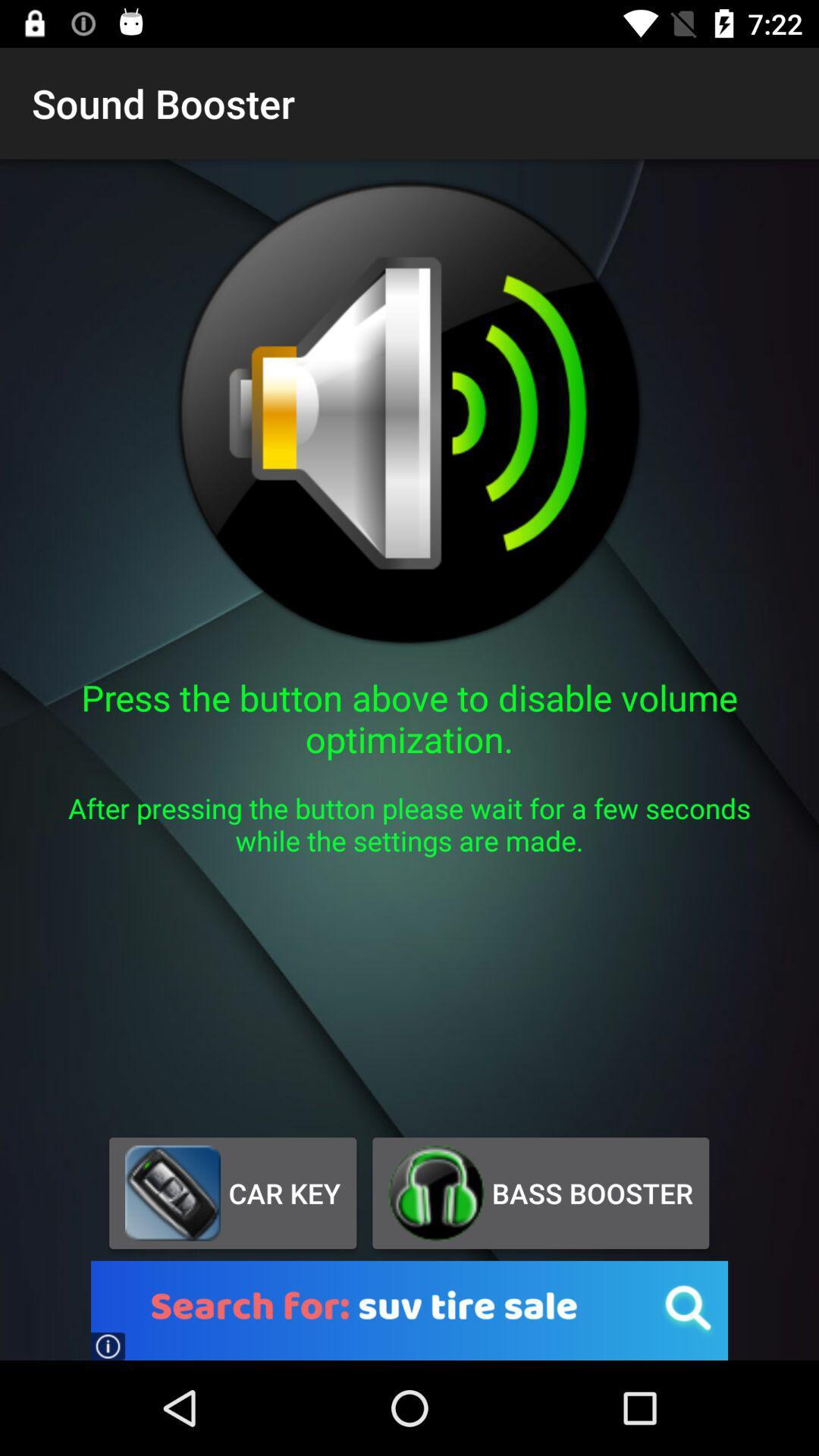 The image size is (819, 1456). I want to click on the button below the car key item, so click(409, 1310).